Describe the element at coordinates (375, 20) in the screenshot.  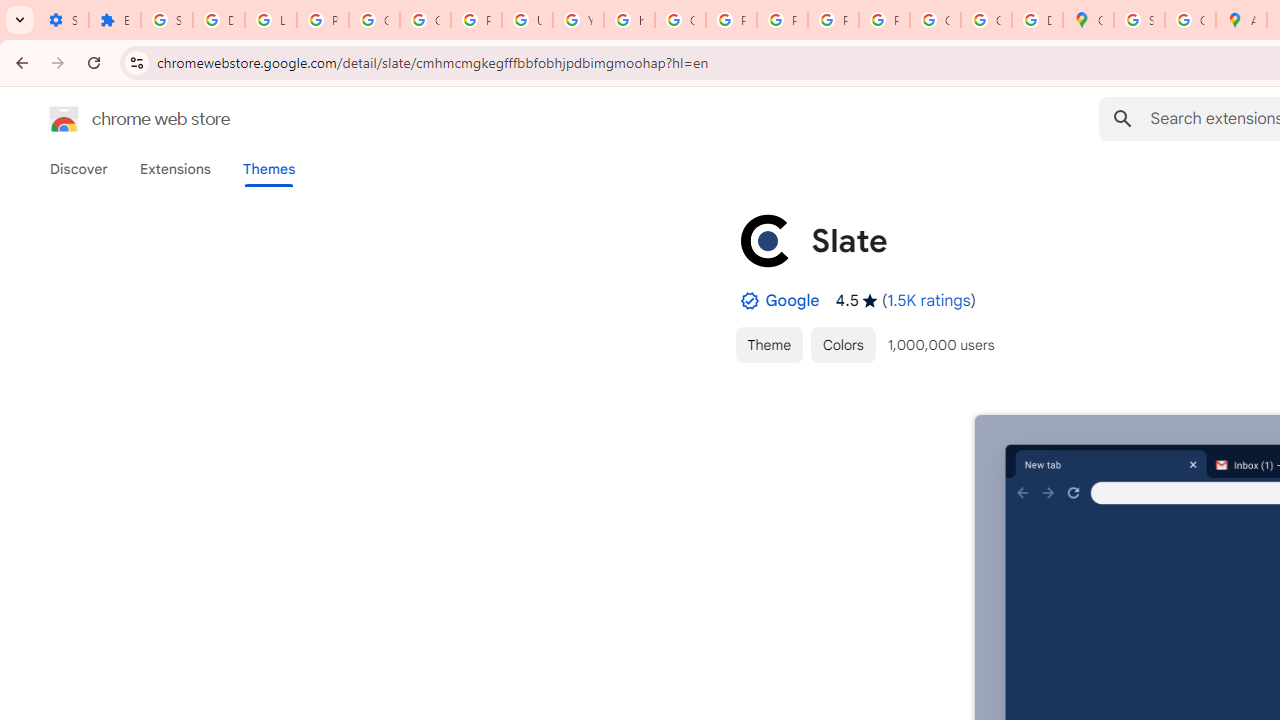
I see `'Google Account Help'` at that location.